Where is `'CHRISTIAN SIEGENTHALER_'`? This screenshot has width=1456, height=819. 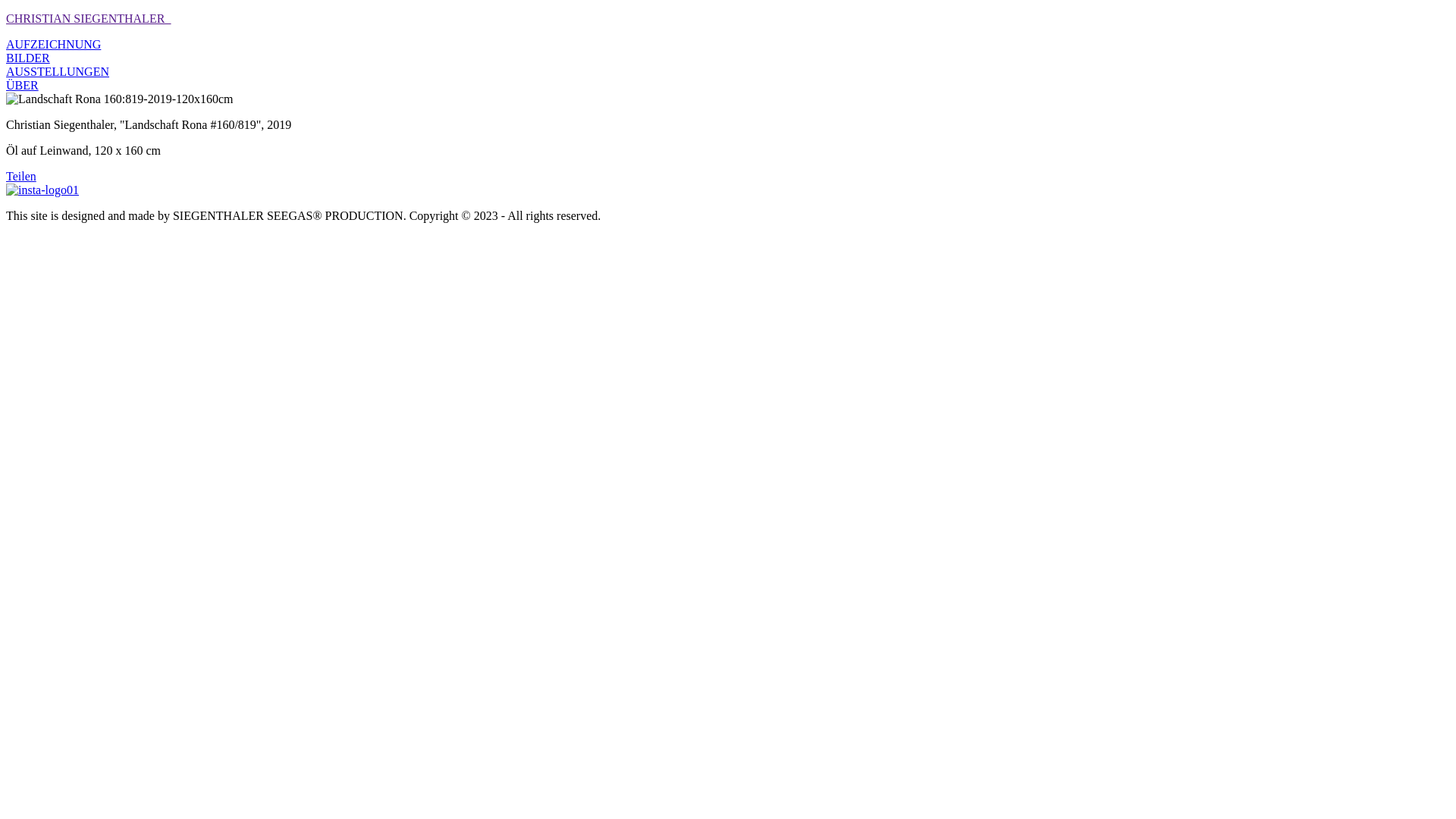
'CHRISTIAN SIEGENTHALER_' is located at coordinates (87, 18).